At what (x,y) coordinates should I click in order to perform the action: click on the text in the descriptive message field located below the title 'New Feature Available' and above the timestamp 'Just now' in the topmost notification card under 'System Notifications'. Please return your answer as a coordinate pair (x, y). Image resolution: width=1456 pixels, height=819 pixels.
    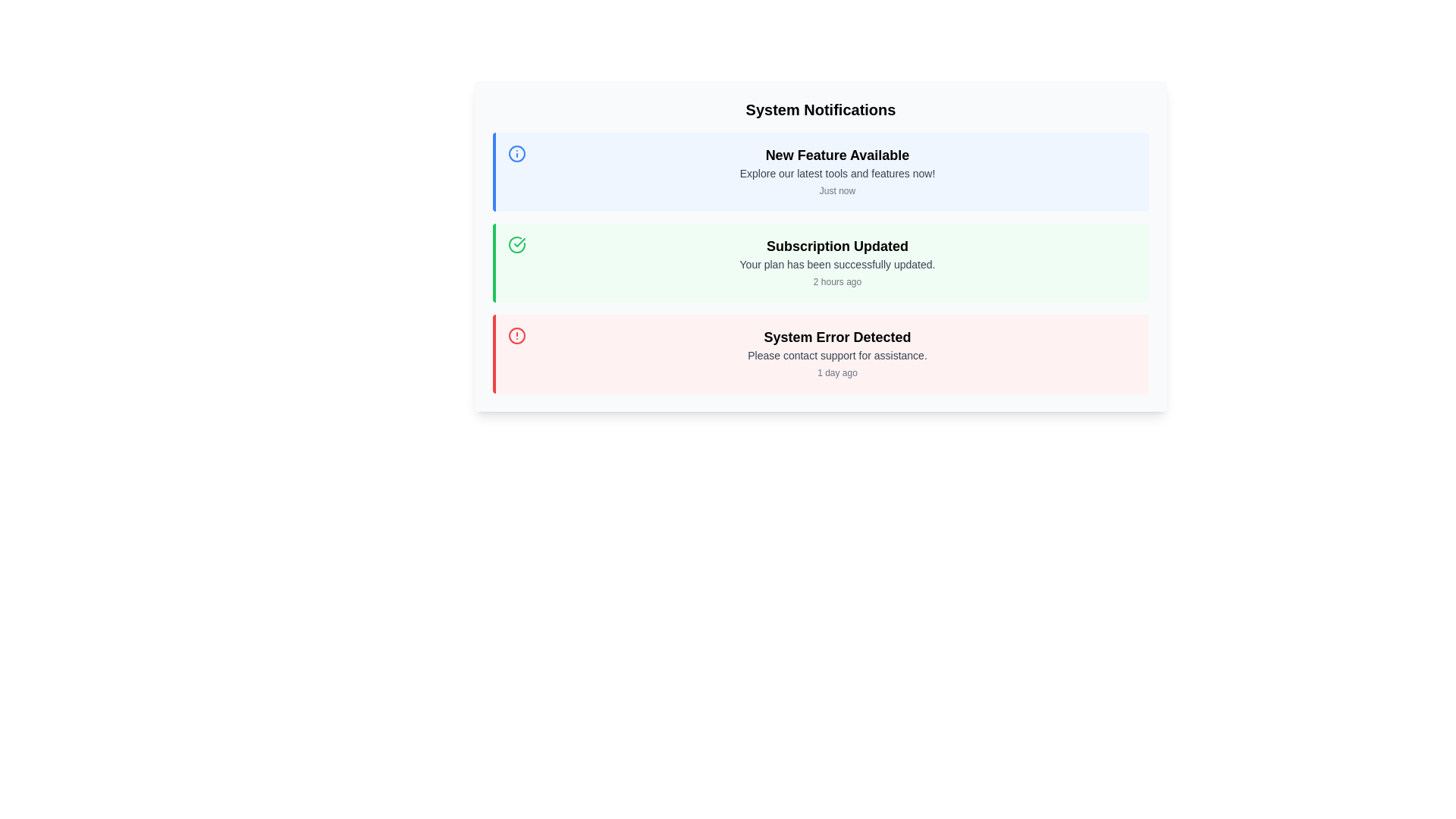
    Looking at the image, I should click on (836, 172).